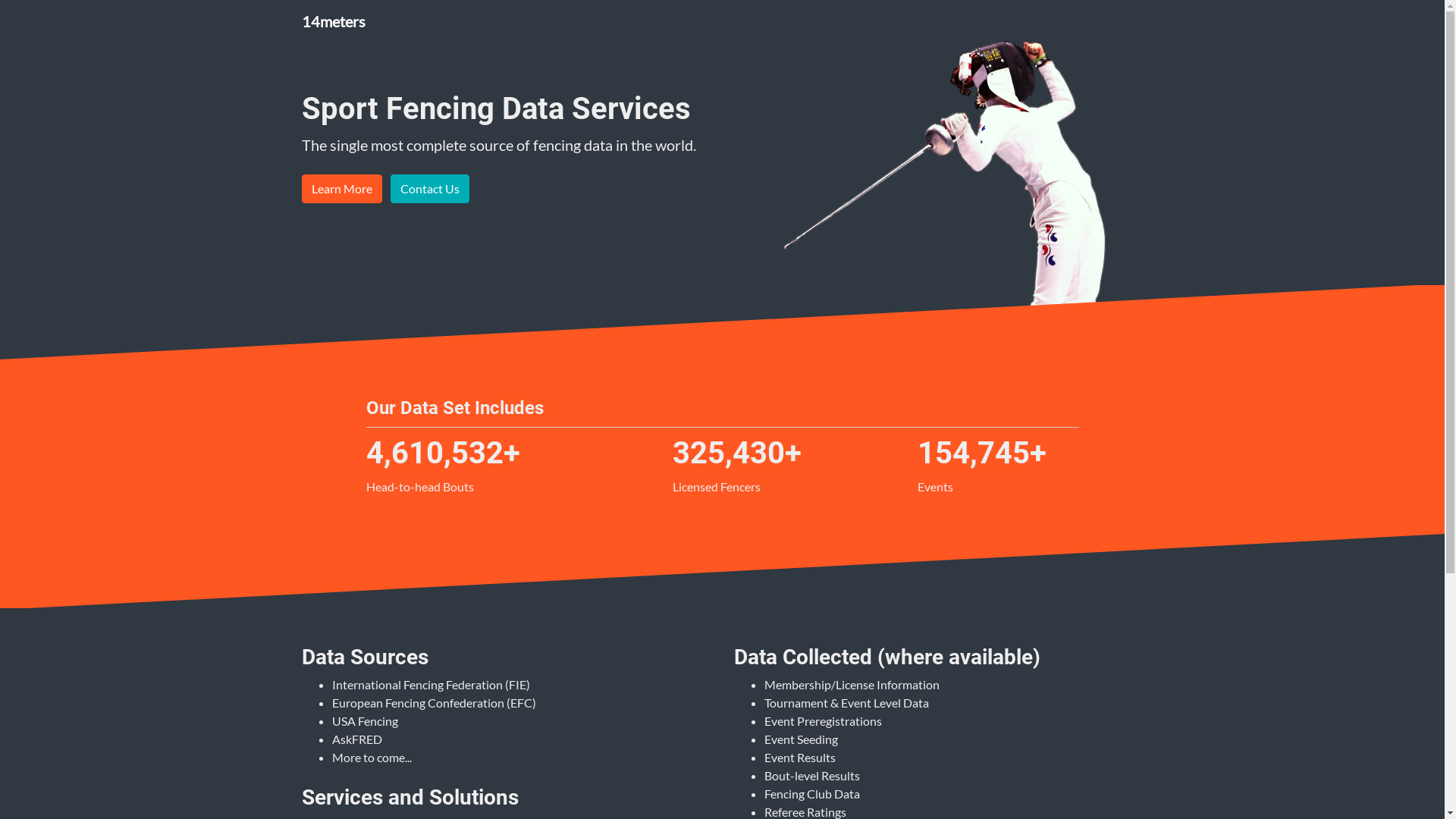 This screenshot has width=1456, height=819. What do you see at coordinates (333, 20) in the screenshot?
I see `'14meters'` at bounding box center [333, 20].